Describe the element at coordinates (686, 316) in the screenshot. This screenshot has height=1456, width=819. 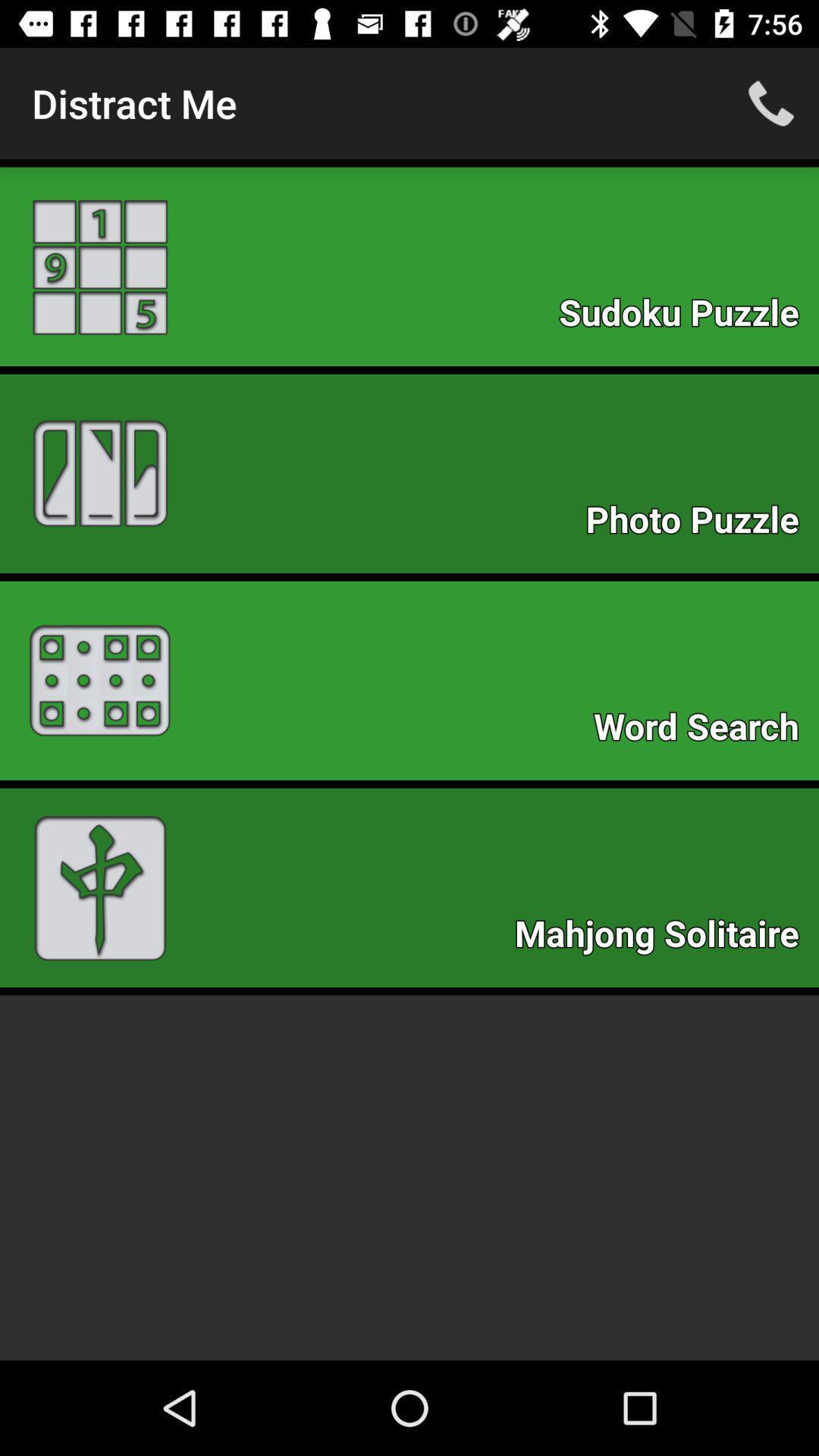
I see `the item above the photo puzzle item` at that location.